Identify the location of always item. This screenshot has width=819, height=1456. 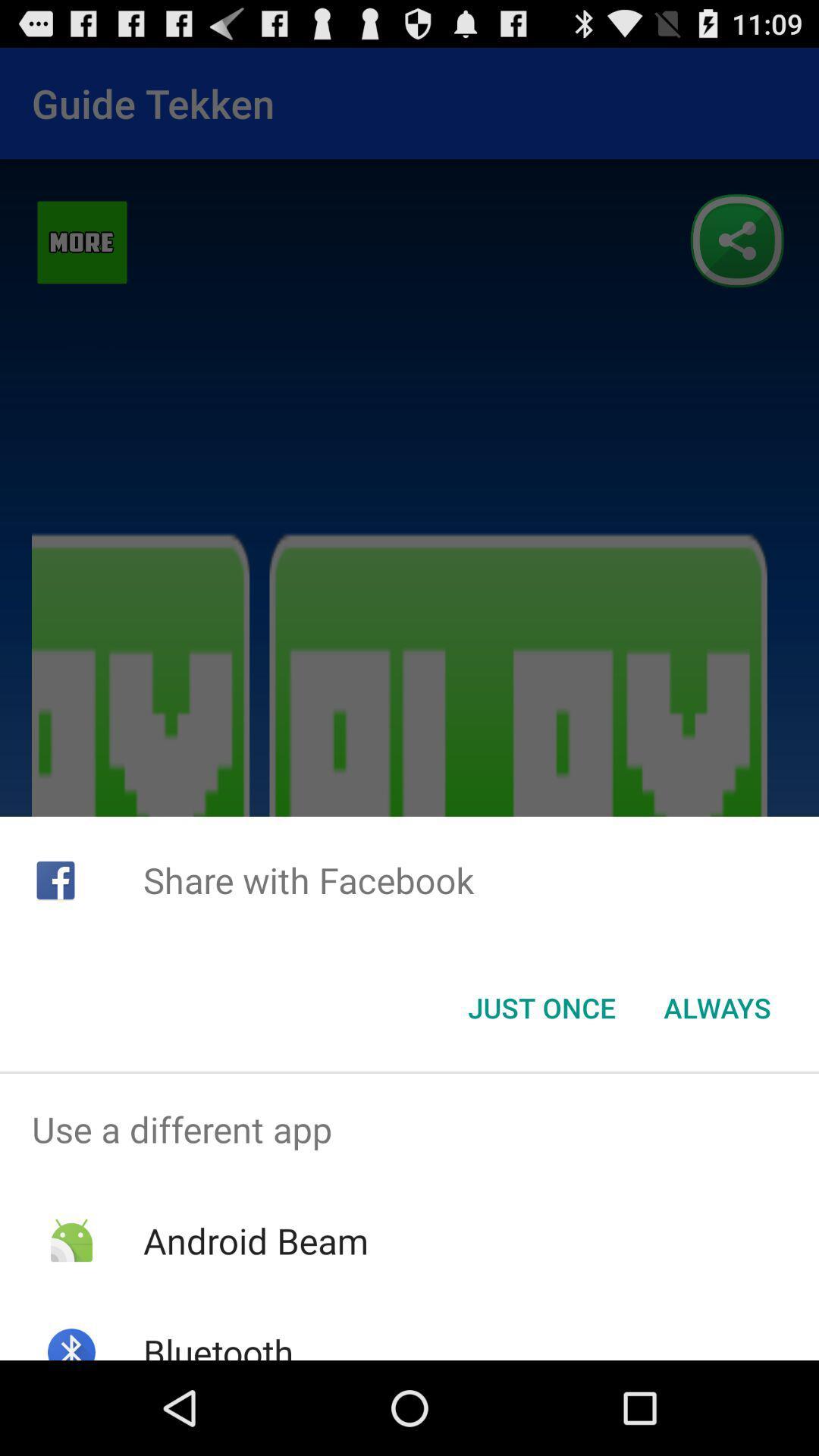
(717, 1008).